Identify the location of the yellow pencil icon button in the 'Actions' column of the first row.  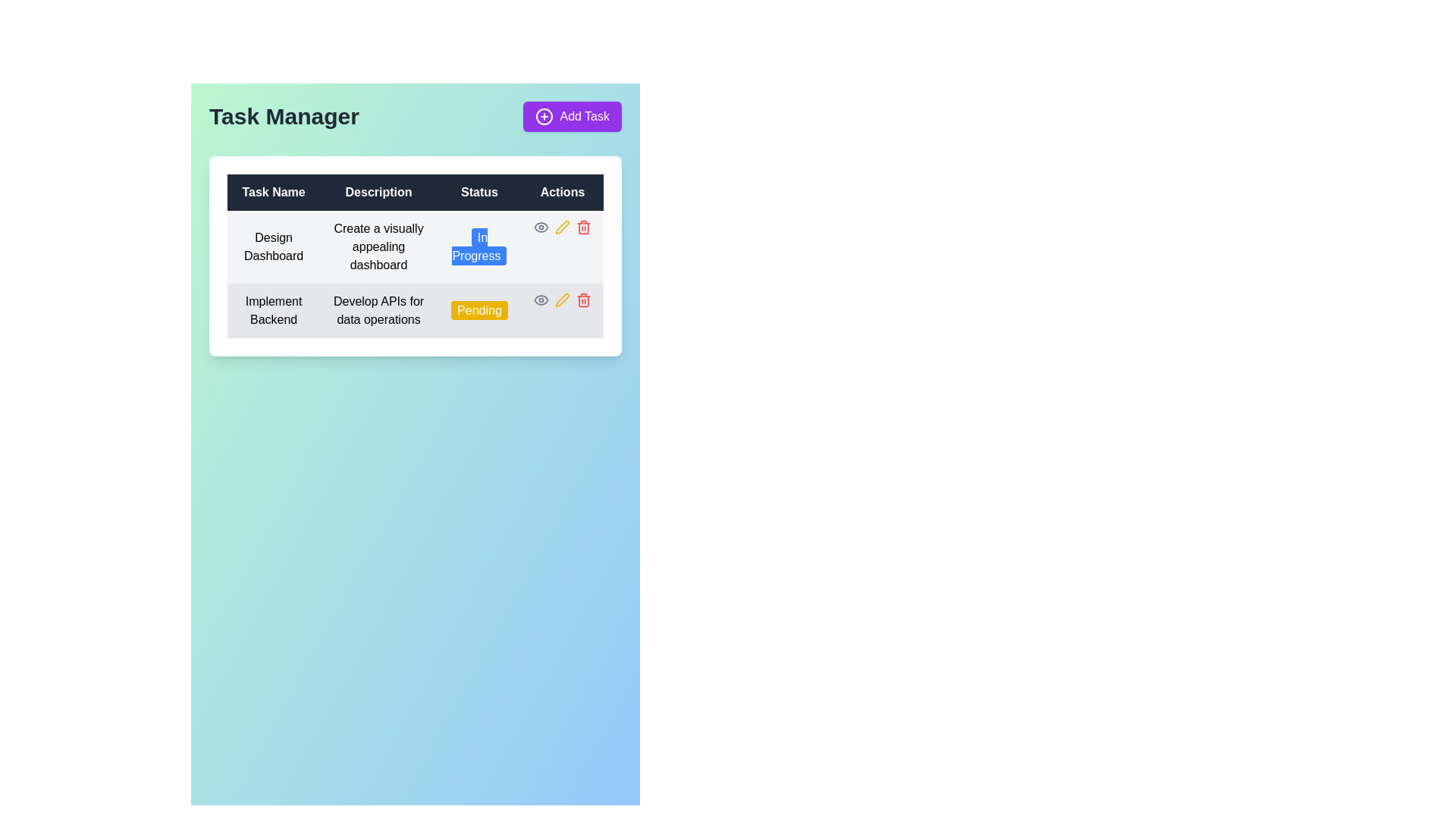
(561, 300).